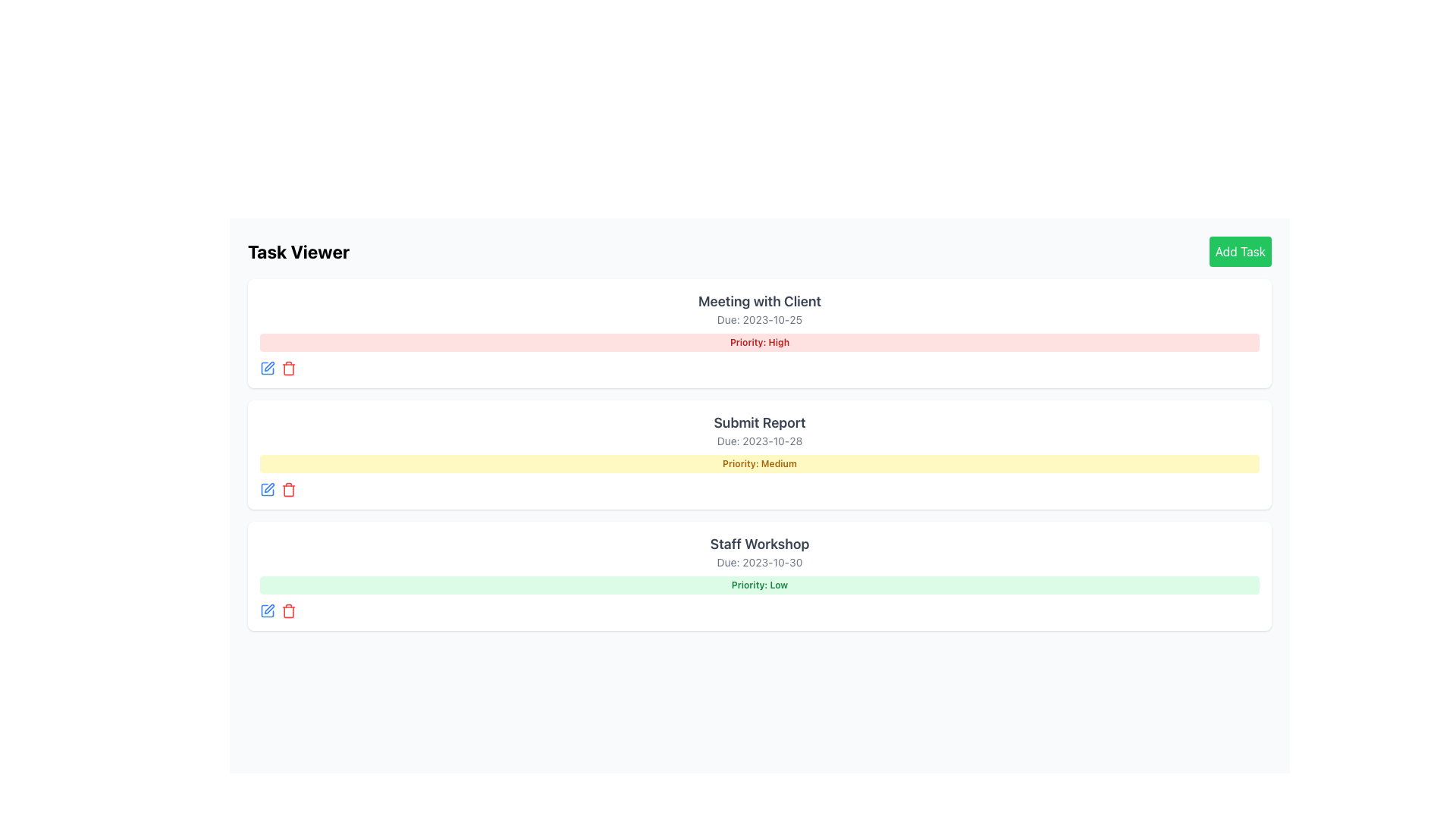 Image resolution: width=1456 pixels, height=819 pixels. Describe the element at coordinates (760, 318) in the screenshot. I see `displayed due date from the static text element located in the middle portion of the 'Meeting with Client' card, positioned between the title and the priority text` at that location.